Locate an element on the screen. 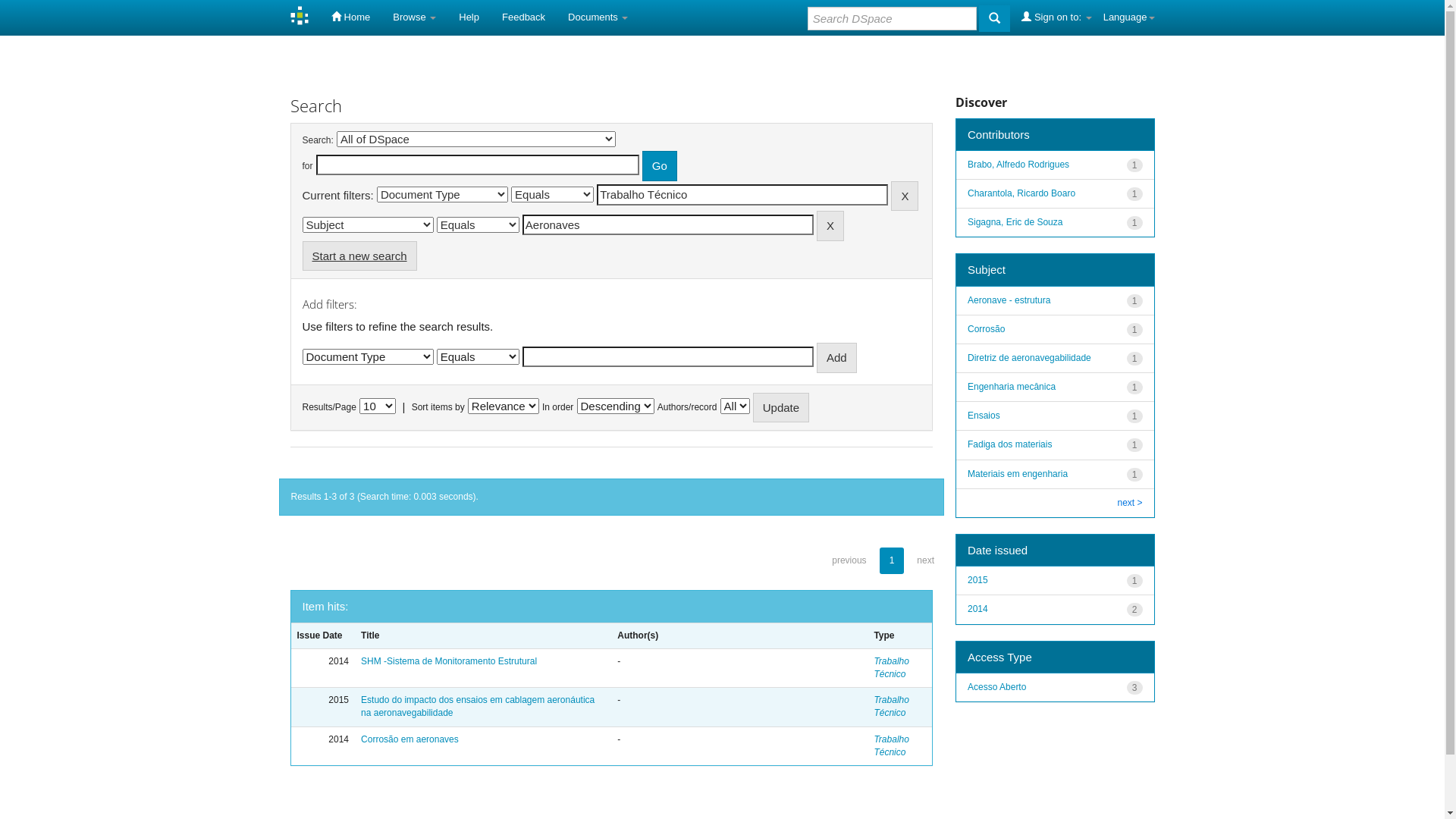 The height and width of the screenshot is (819, 1456). 'Aeronave - estrutura' is located at coordinates (967, 300).